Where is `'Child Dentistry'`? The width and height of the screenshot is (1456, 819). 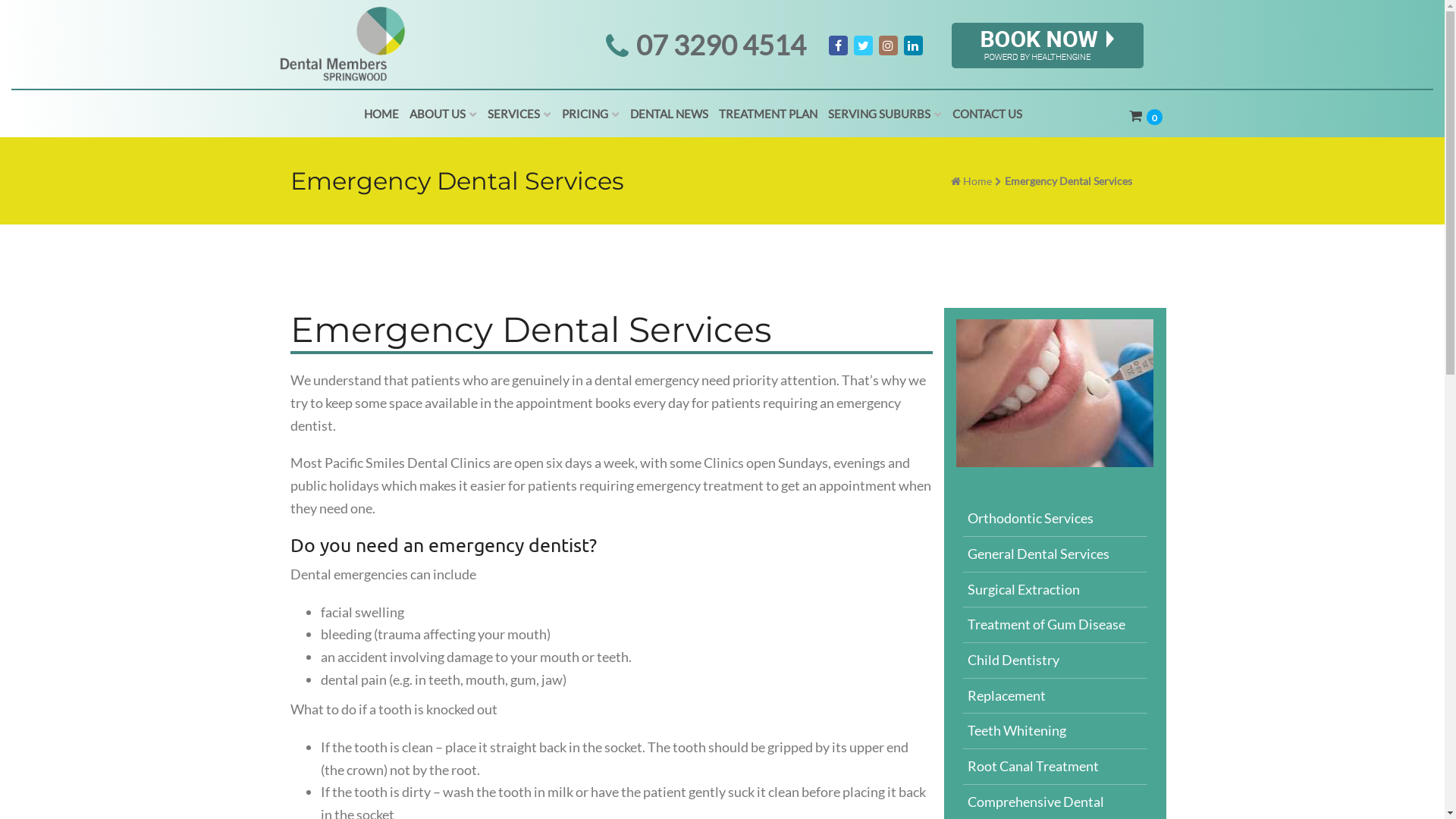
'Child Dentistry' is located at coordinates (1054, 660).